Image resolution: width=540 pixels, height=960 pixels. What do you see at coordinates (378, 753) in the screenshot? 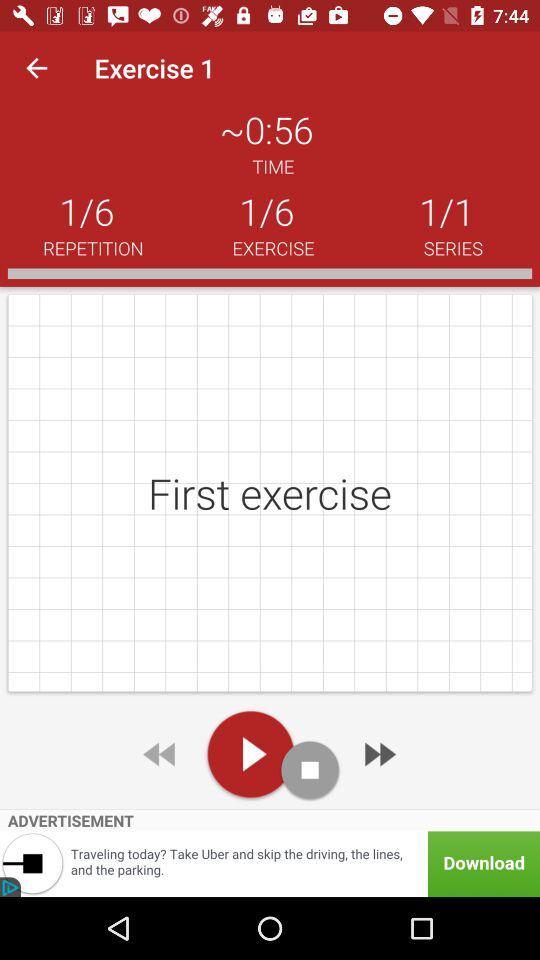
I see `next exercise` at bounding box center [378, 753].